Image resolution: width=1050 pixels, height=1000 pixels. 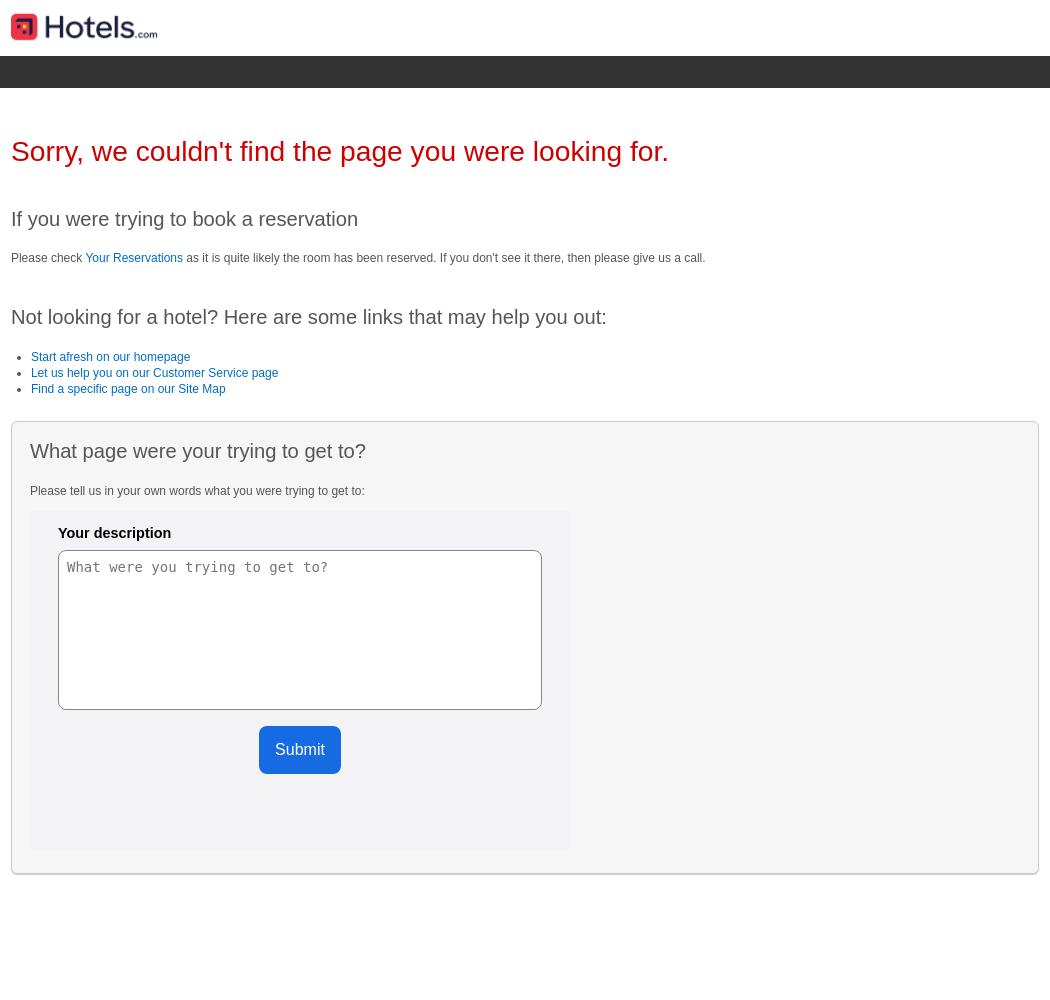 What do you see at coordinates (9, 316) in the screenshot?
I see `'Not looking for a hotel? Here are some links that may help you out:'` at bounding box center [9, 316].